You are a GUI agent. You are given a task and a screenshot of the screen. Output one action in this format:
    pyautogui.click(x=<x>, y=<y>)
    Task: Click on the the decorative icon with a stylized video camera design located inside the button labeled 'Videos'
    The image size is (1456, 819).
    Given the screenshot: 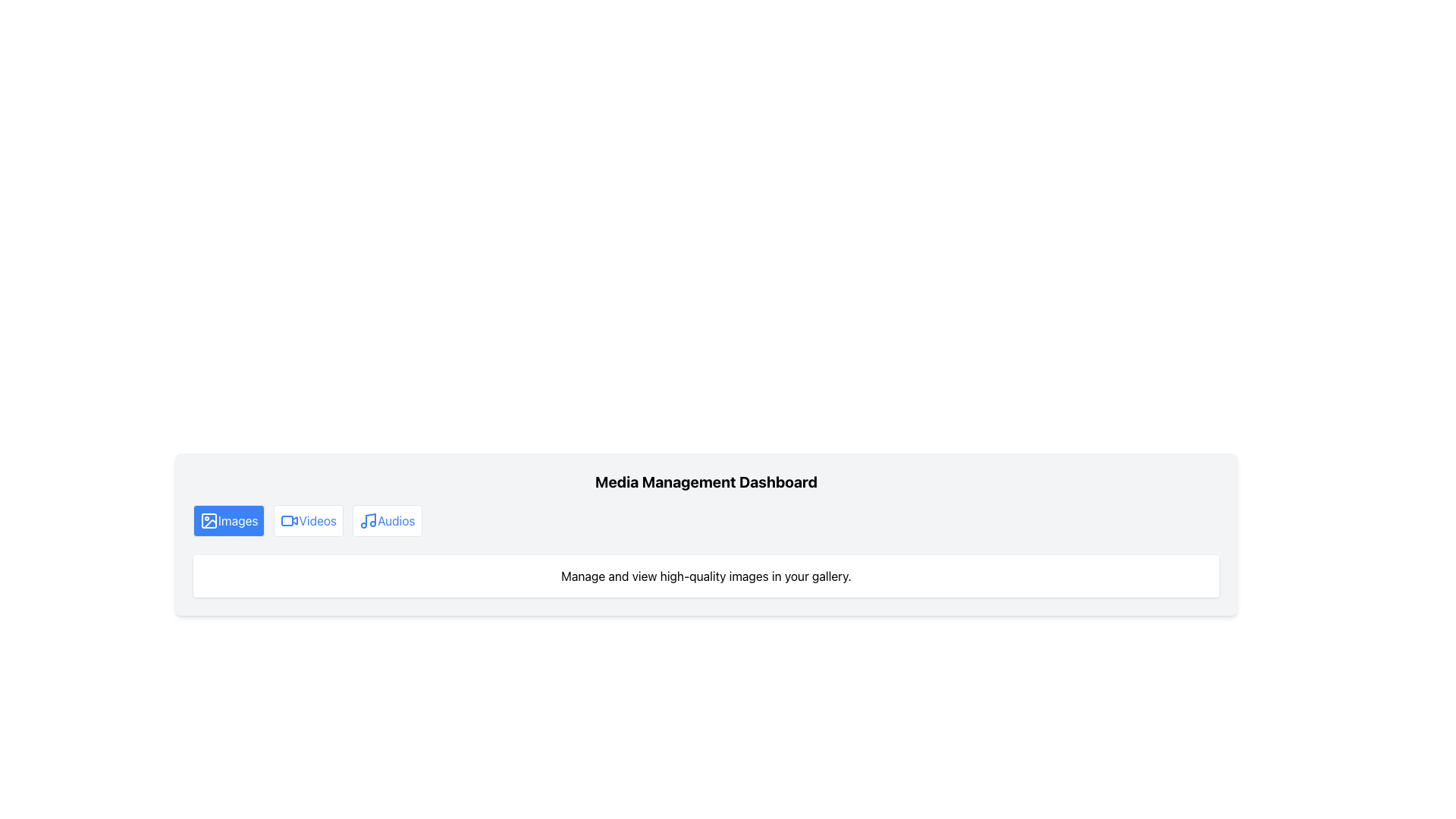 What is the action you would take?
    pyautogui.click(x=290, y=519)
    